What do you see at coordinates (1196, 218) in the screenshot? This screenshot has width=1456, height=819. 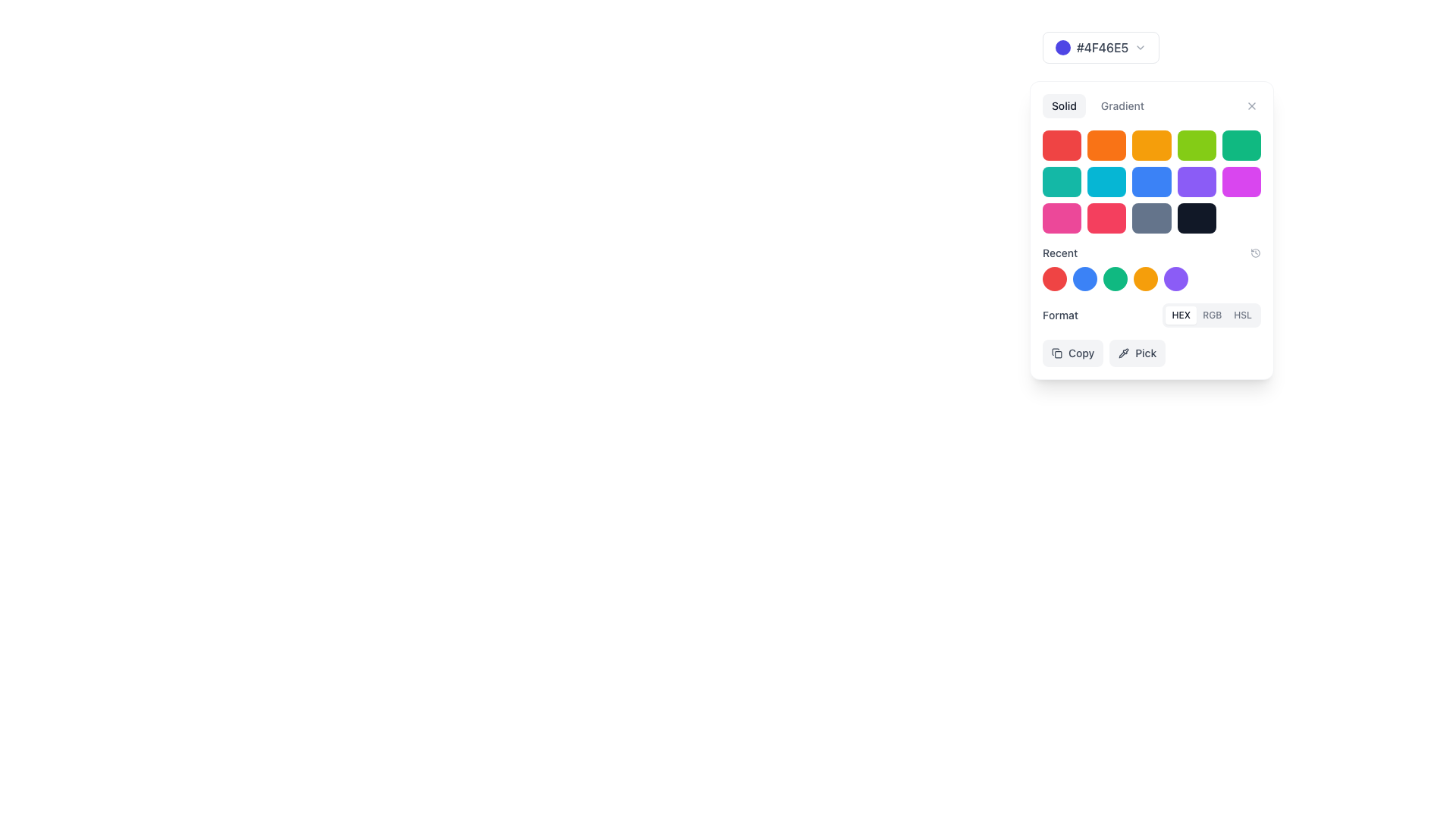 I see `the rectangular interactive button with a dark blue background located in the fifth column of the third row of the grid` at bounding box center [1196, 218].